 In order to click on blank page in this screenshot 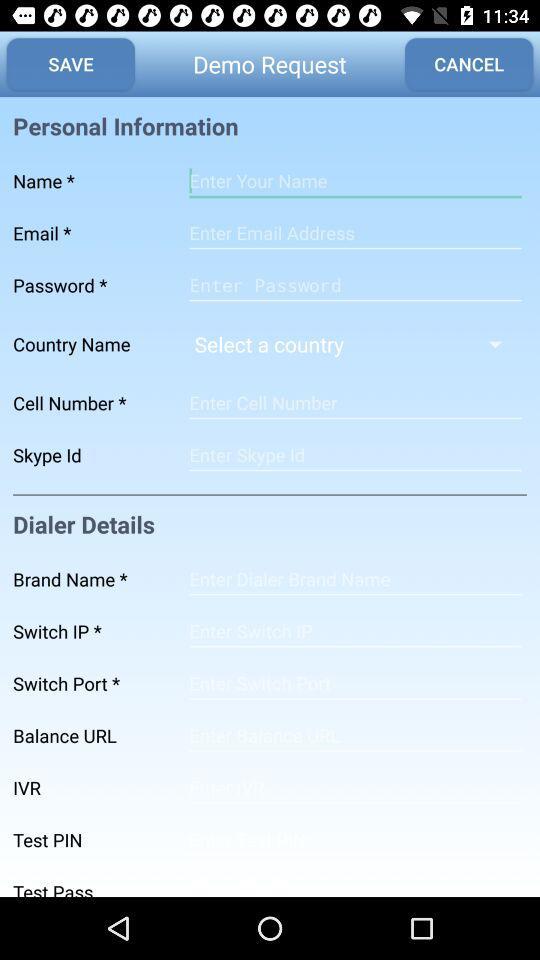, I will do `click(354, 630)`.